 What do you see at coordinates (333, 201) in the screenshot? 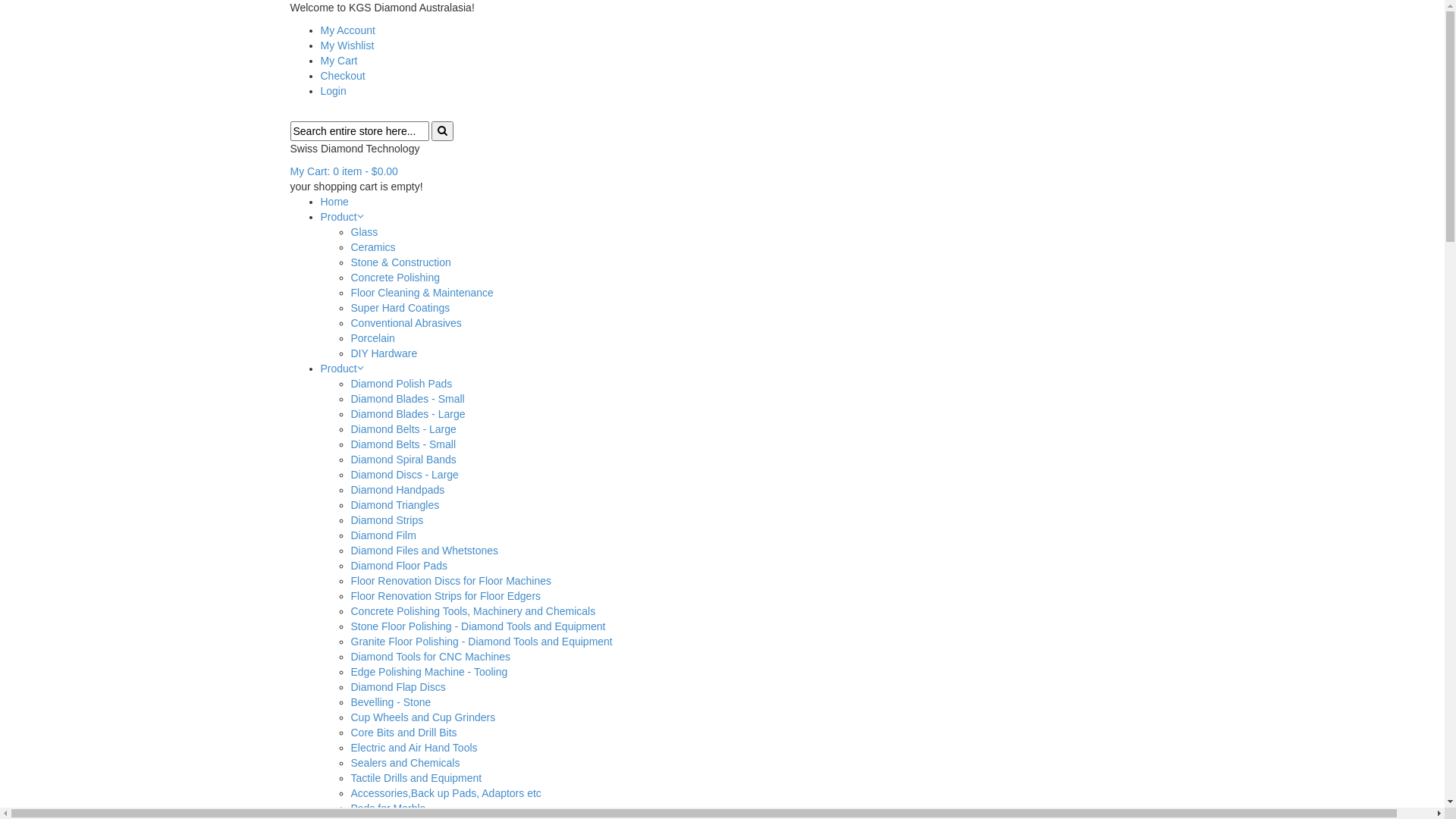
I see `'Home'` at bounding box center [333, 201].